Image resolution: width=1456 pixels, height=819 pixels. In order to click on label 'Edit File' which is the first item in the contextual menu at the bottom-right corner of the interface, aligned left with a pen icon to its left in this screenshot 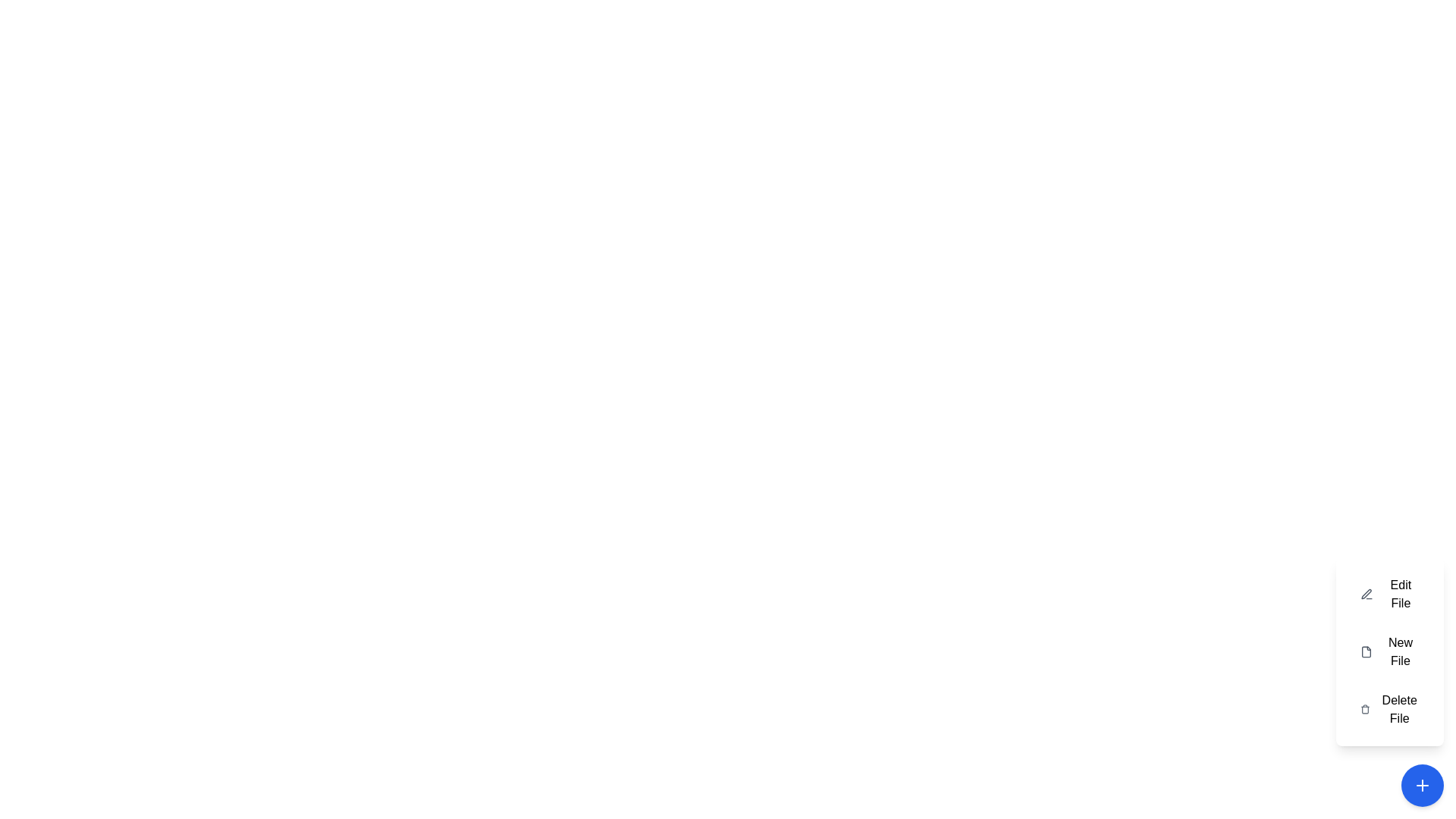, I will do `click(1400, 593)`.